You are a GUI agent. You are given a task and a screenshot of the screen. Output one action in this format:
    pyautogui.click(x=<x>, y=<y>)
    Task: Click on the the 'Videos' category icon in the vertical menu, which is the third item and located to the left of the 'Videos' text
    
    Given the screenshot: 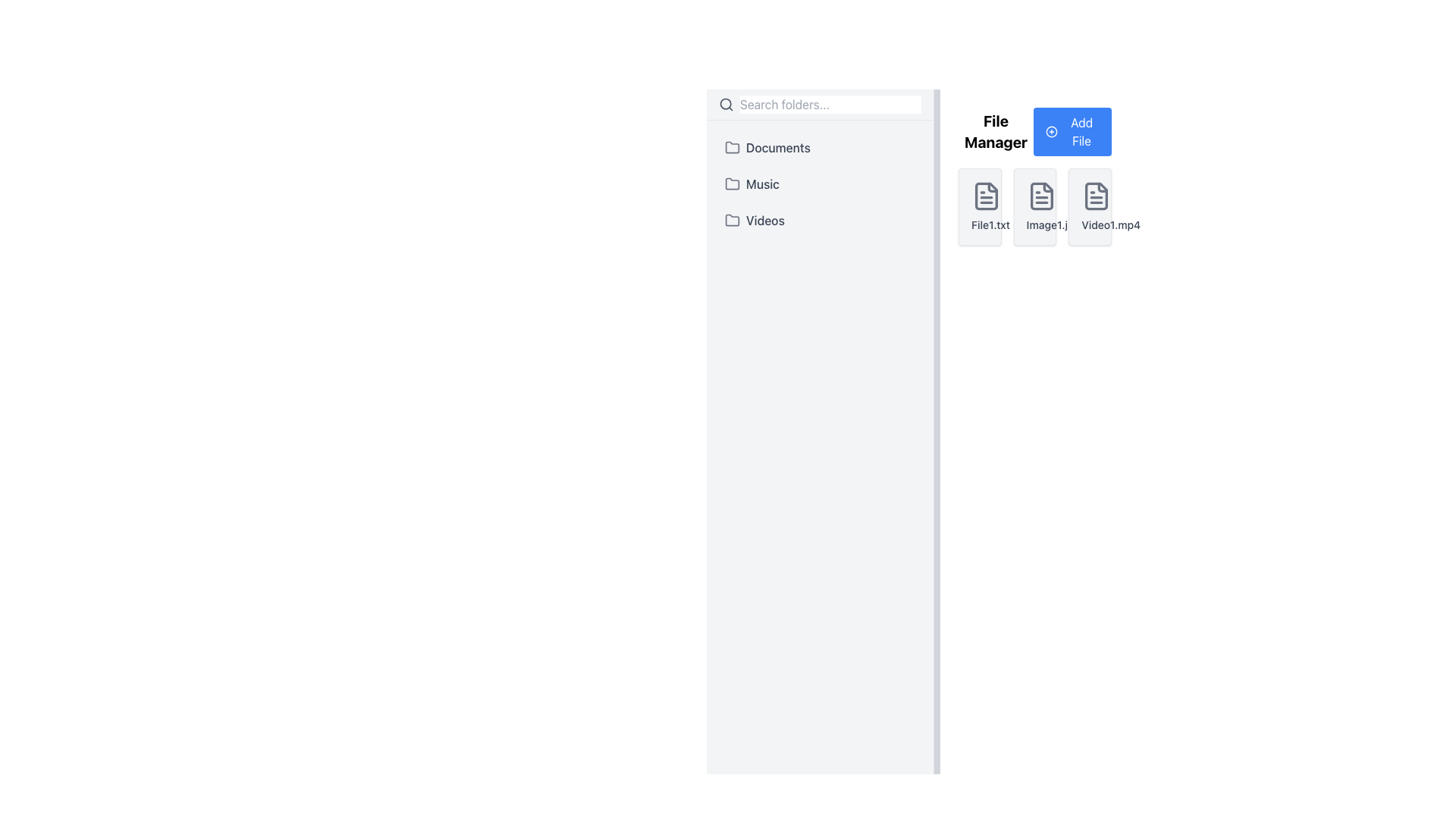 What is the action you would take?
    pyautogui.click(x=732, y=220)
    